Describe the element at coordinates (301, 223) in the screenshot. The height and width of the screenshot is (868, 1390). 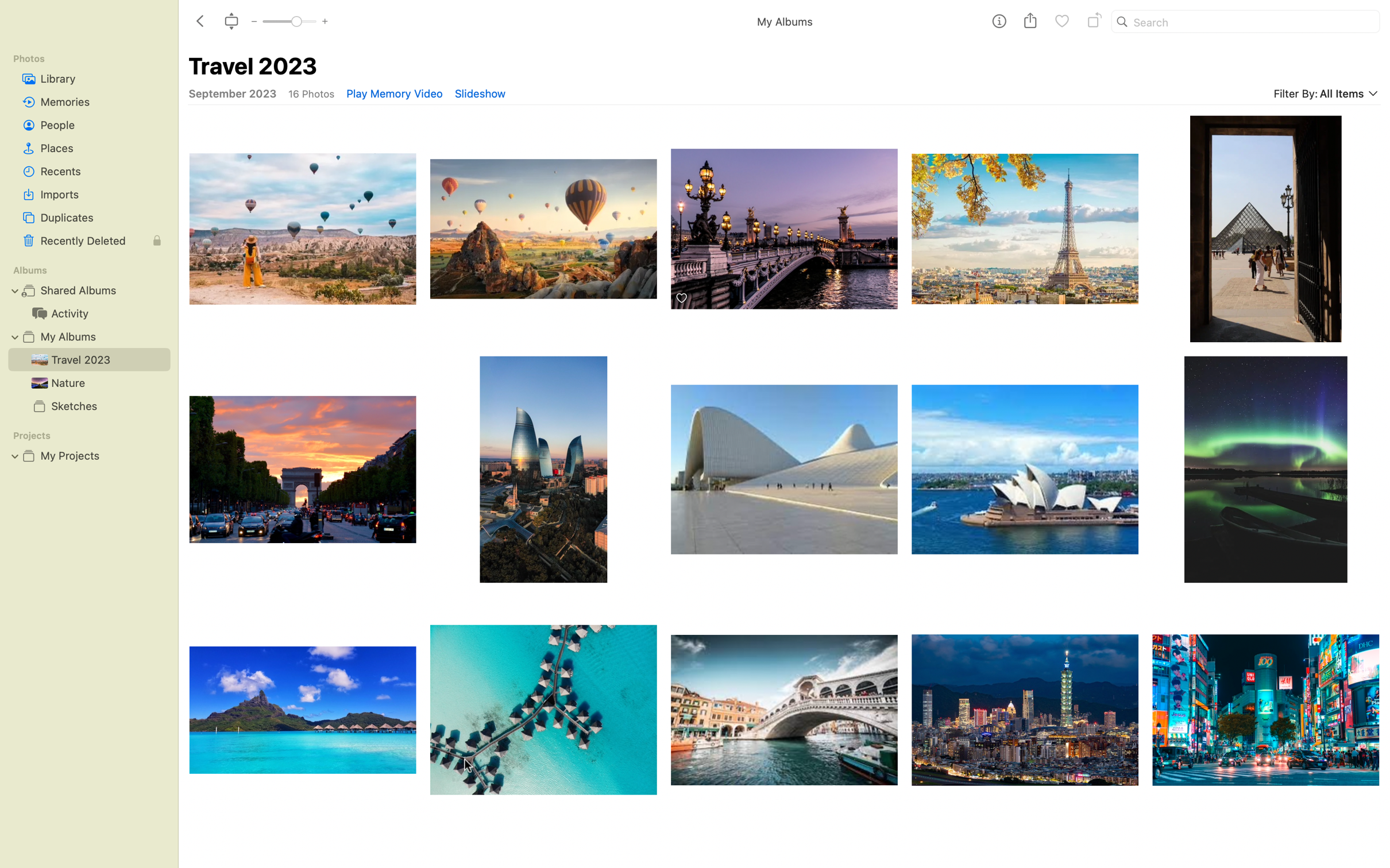
I see `the initial photo with hot air balloons` at that location.